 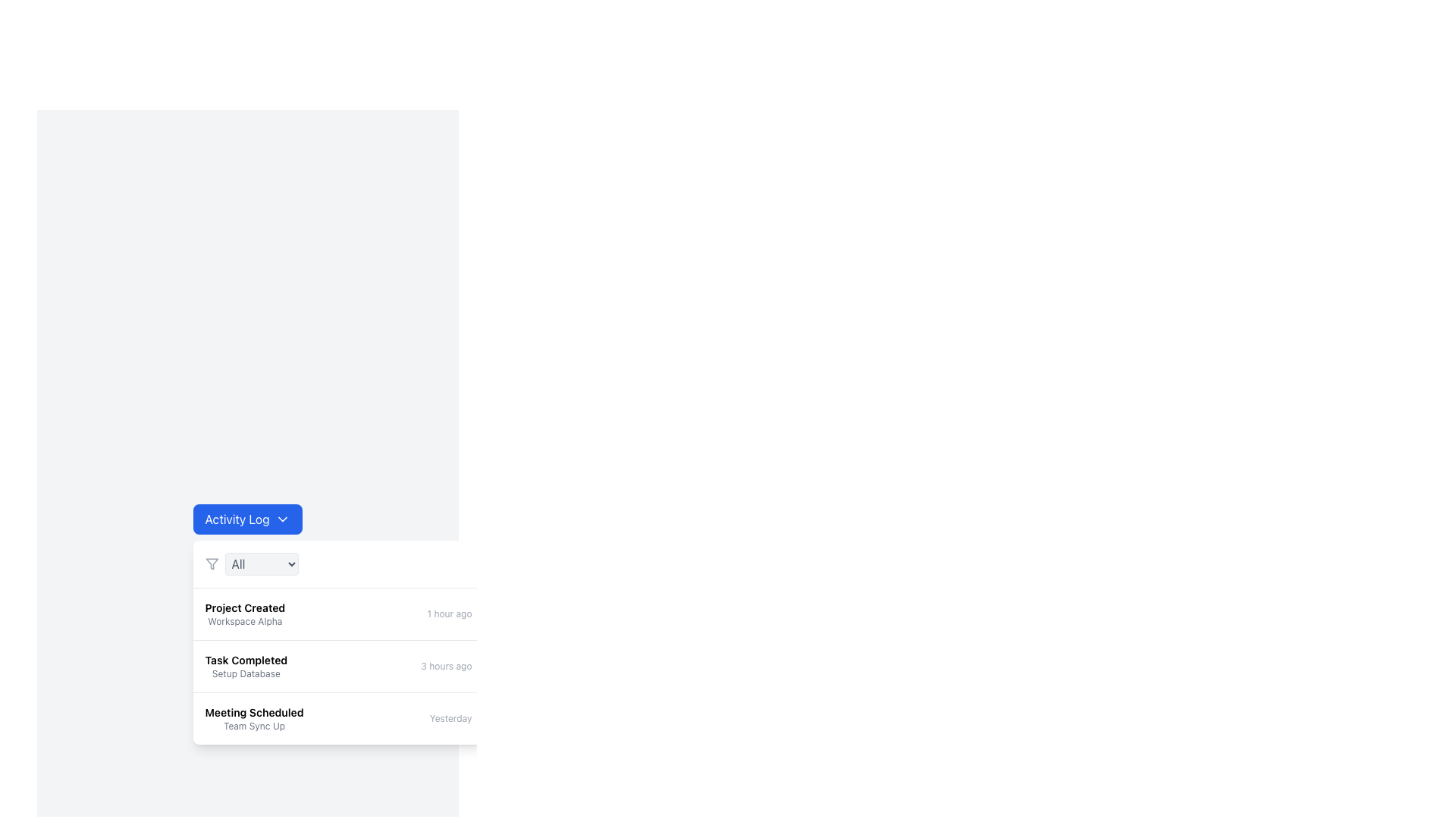 I want to click on the first activity log entry titled 'Project Created', which displays 'Workspace Alpha' below it and the time '1 hour ago' on the right, so click(x=337, y=614).